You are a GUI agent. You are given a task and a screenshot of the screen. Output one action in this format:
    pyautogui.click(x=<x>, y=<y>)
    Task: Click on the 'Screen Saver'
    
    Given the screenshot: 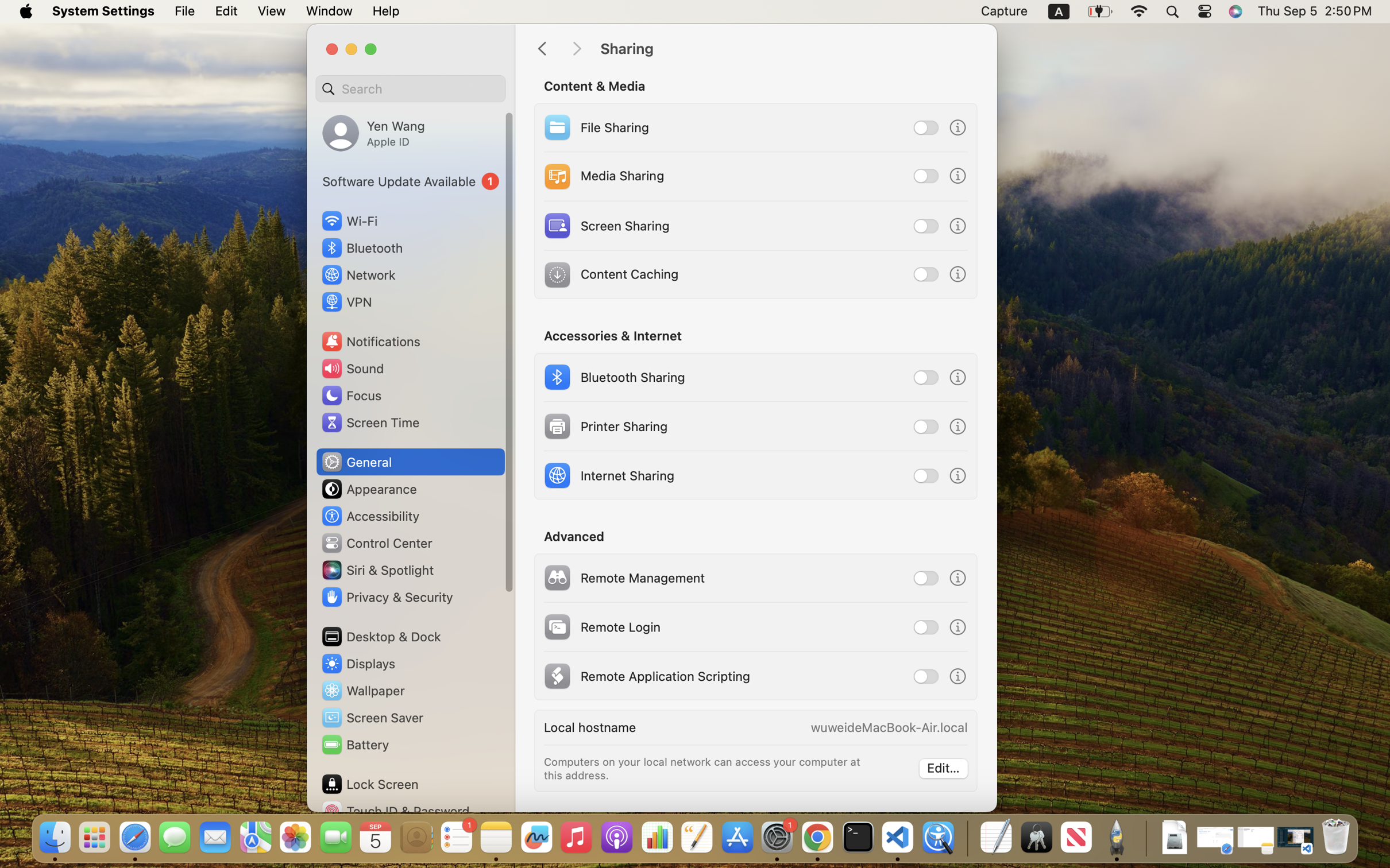 What is the action you would take?
    pyautogui.click(x=371, y=718)
    